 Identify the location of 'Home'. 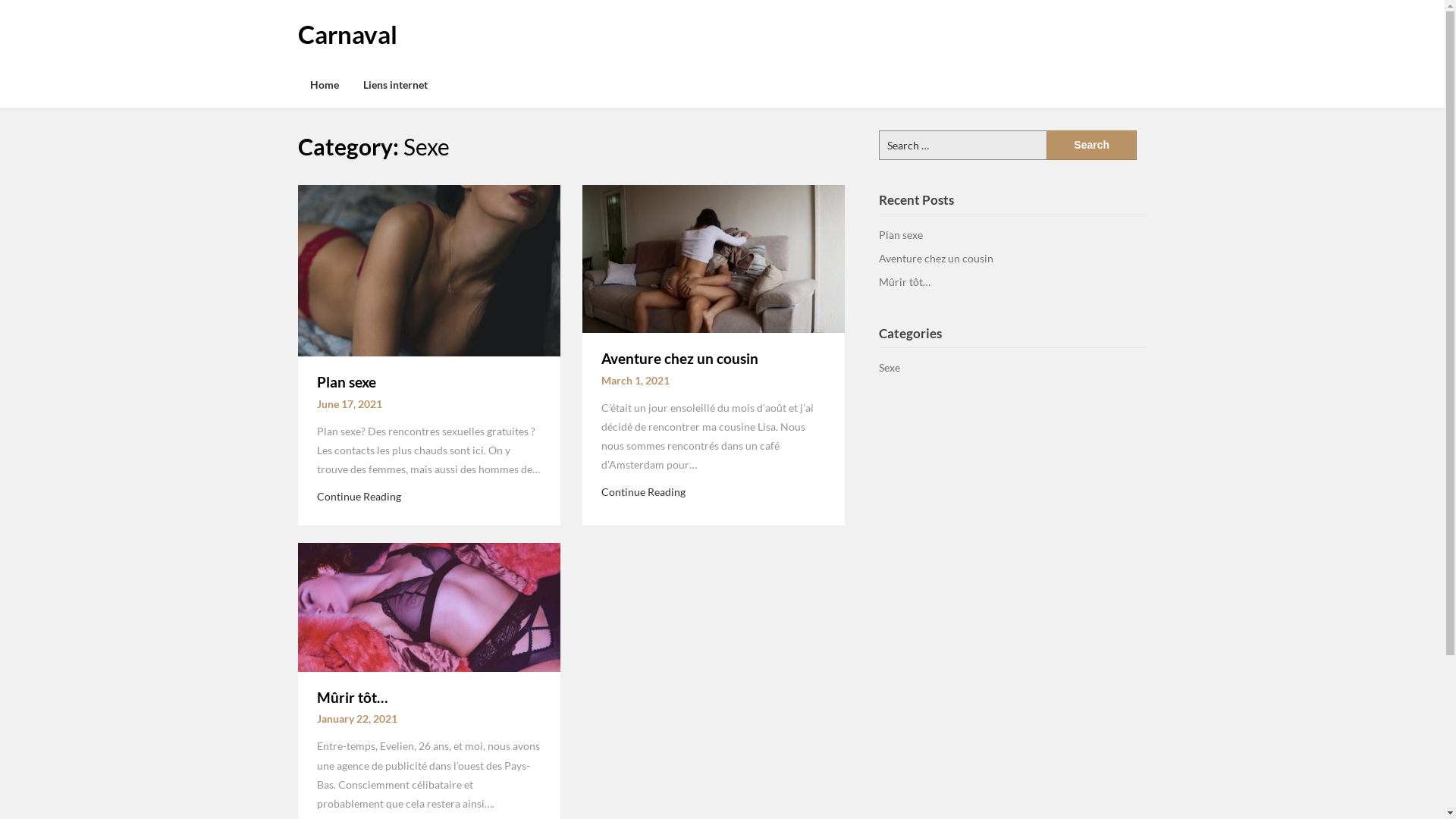
(323, 84).